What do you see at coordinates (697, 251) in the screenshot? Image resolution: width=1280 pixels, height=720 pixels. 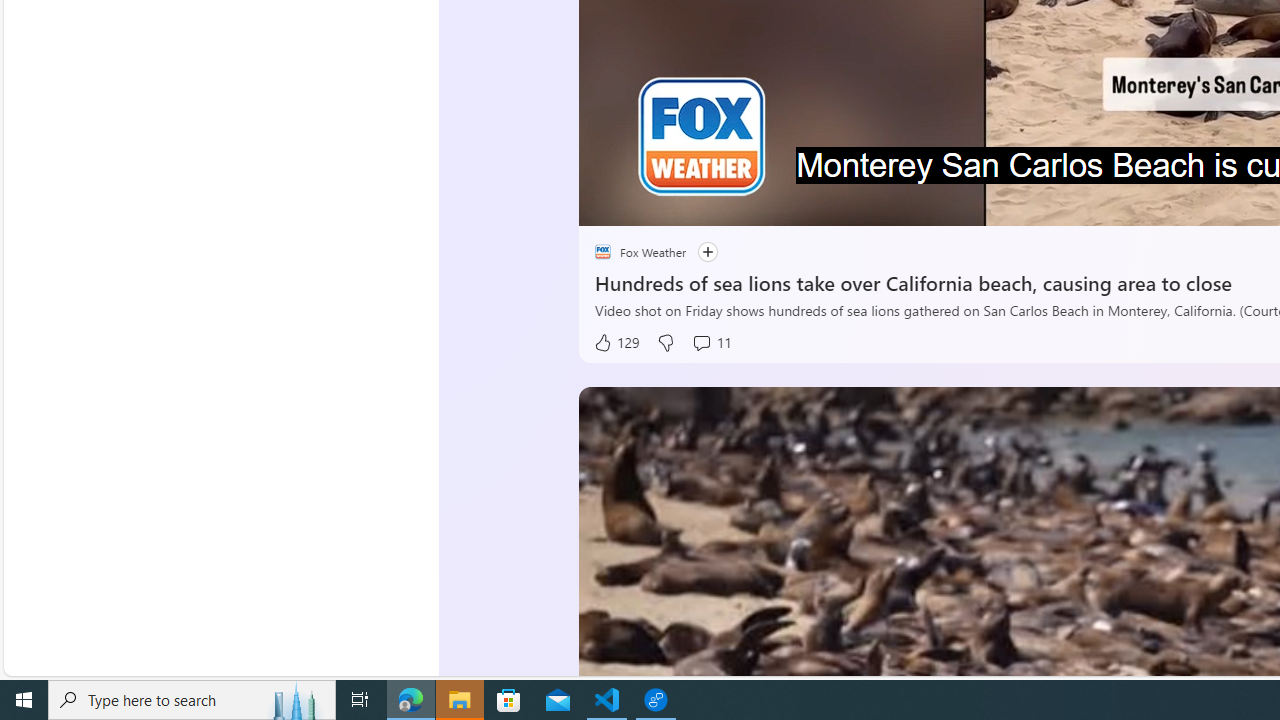 I see `'Follow'` at bounding box center [697, 251].